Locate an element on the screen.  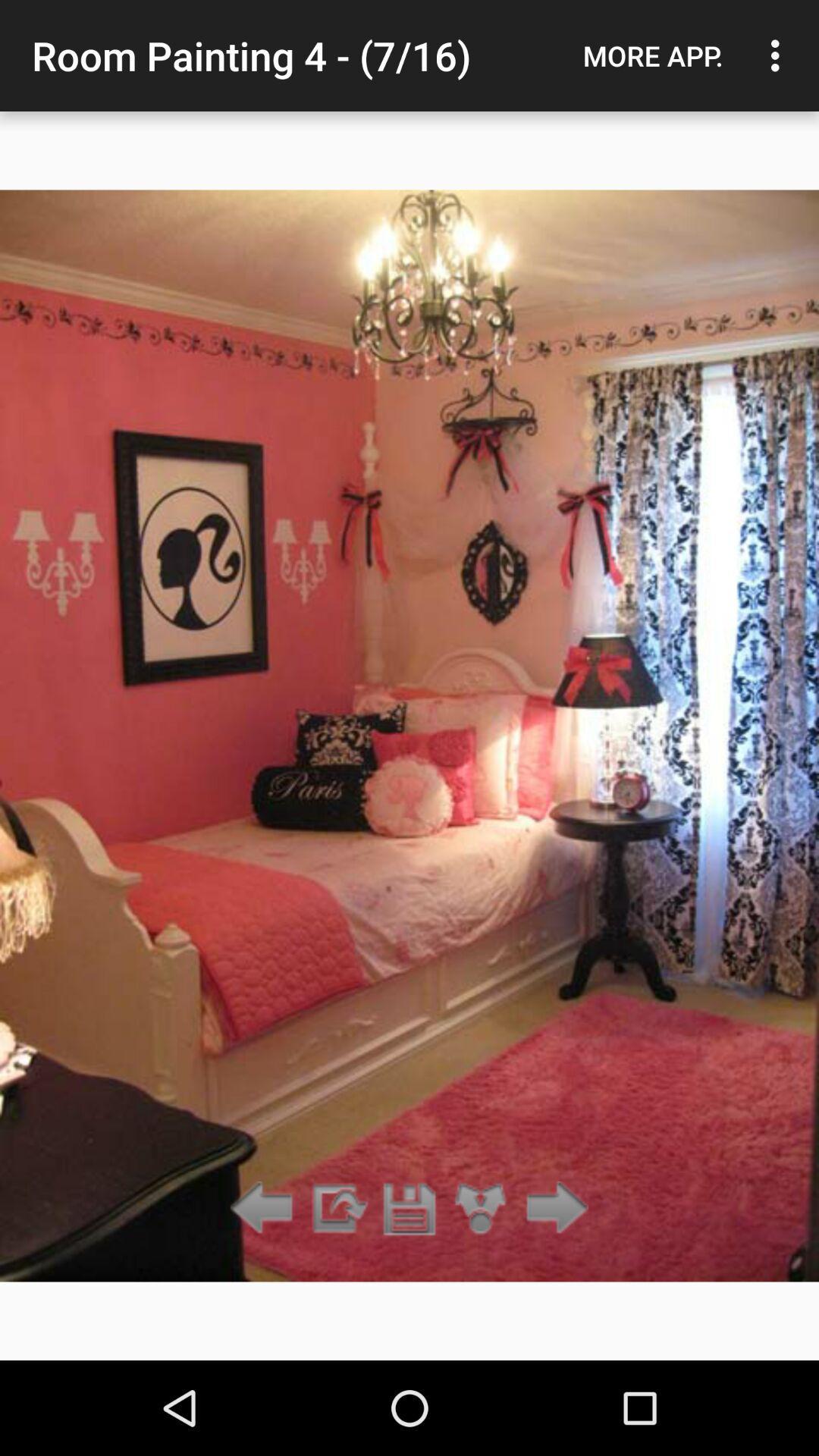
app below room painting 4 icon is located at coordinates (481, 1208).